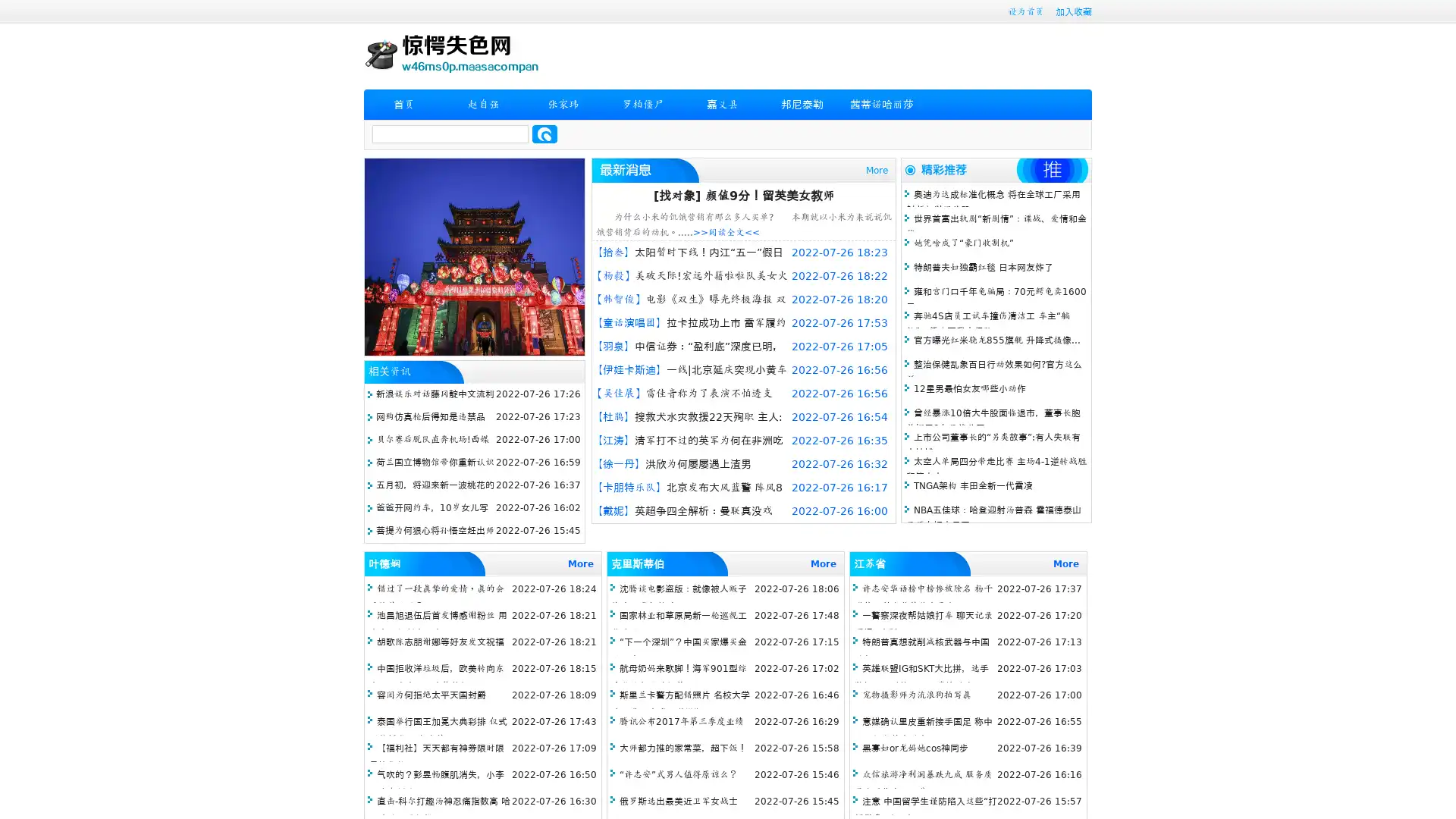  I want to click on Search, so click(544, 133).